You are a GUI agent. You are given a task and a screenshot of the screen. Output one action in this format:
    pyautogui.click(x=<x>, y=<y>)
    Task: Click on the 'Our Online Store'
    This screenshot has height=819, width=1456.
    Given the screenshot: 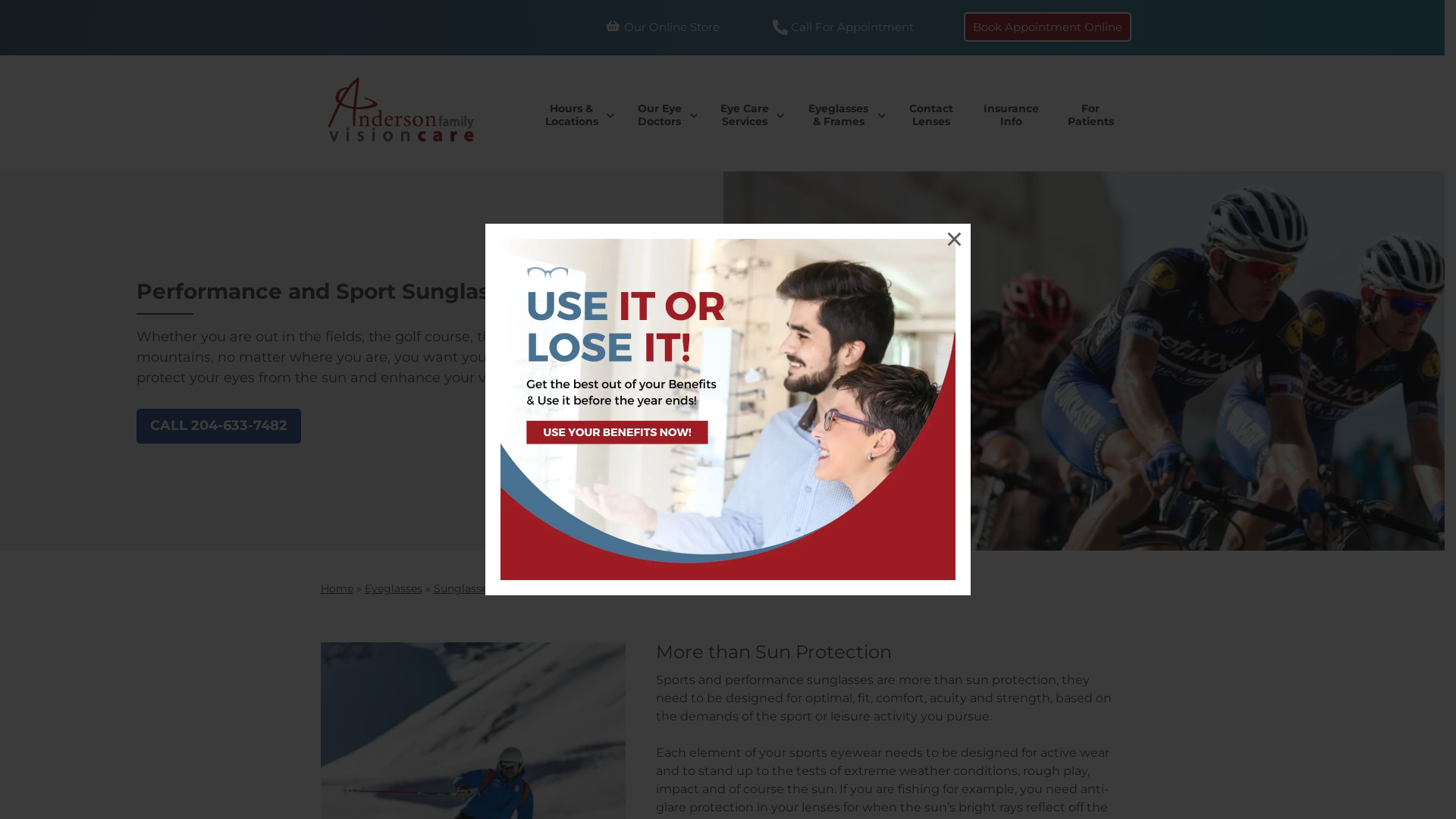 What is the action you would take?
    pyautogui.click(x=663, y=26)
    